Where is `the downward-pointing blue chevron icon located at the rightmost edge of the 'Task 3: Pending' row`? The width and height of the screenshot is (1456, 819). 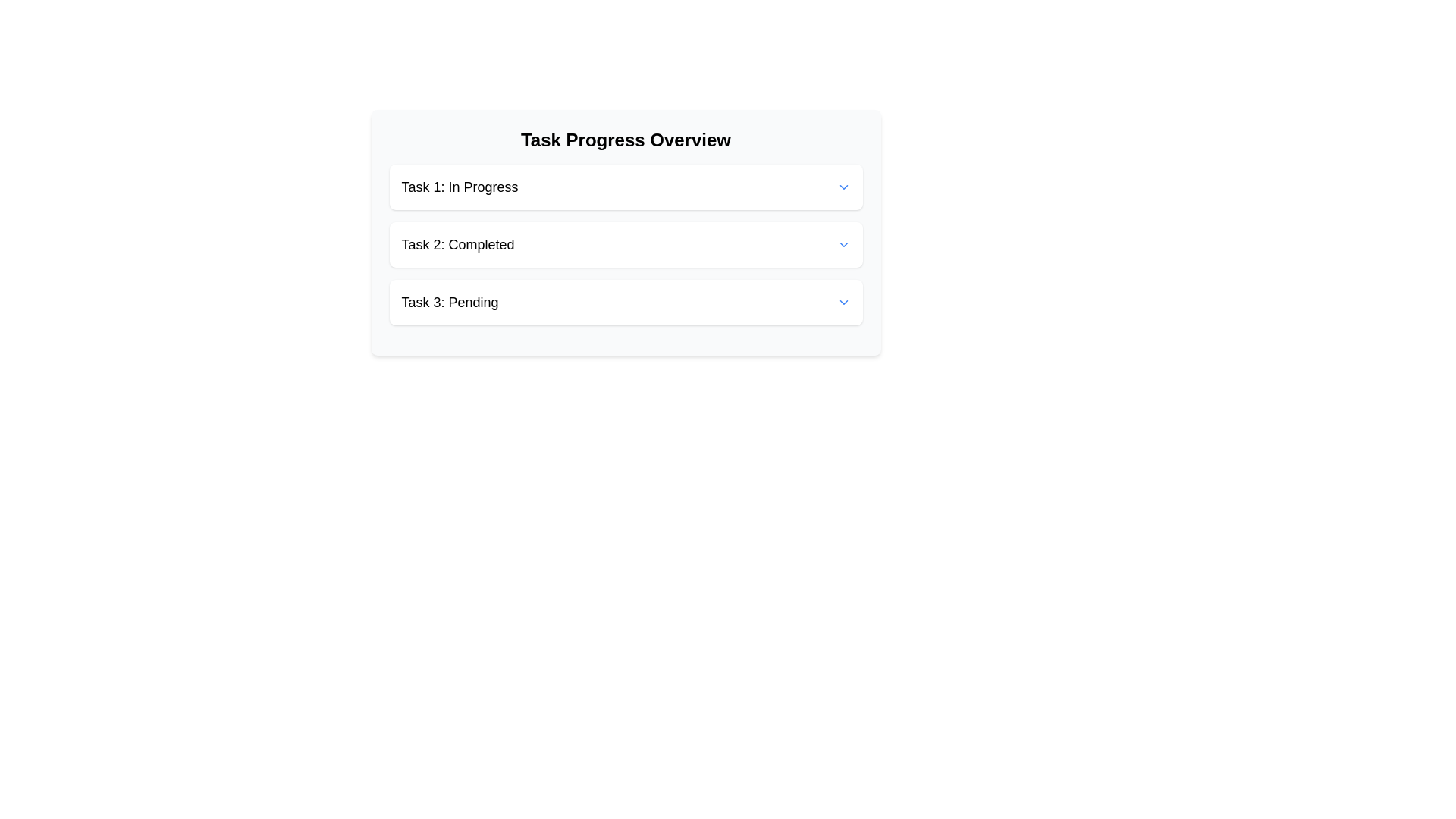 the downward-pointing blue chevron icon located at the rightmost edge of the 'Task 3: Pending' row is located at coordinates (843, 302).